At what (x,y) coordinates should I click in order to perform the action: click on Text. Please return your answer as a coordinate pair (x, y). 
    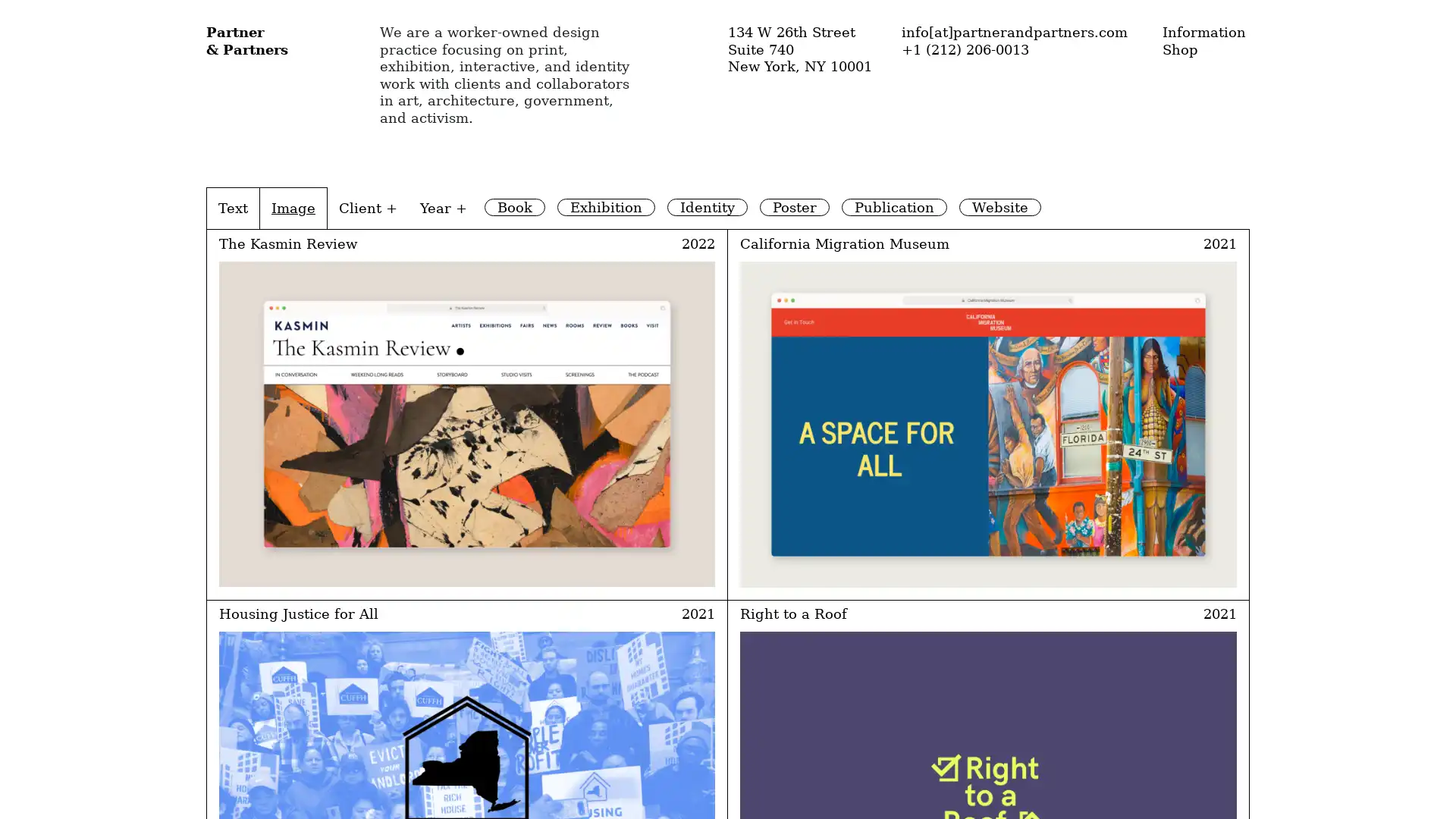
    Looking at the image, I should click on (232, 207).